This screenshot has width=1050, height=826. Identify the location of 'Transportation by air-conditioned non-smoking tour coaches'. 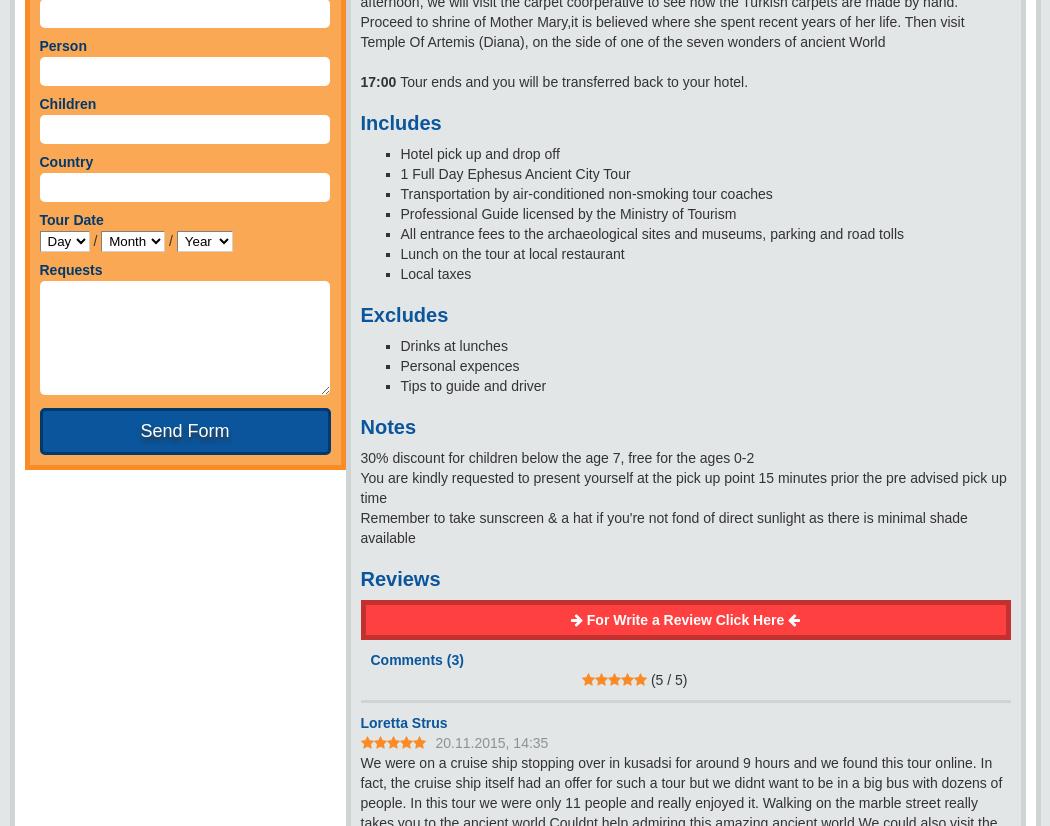
(585, 194).